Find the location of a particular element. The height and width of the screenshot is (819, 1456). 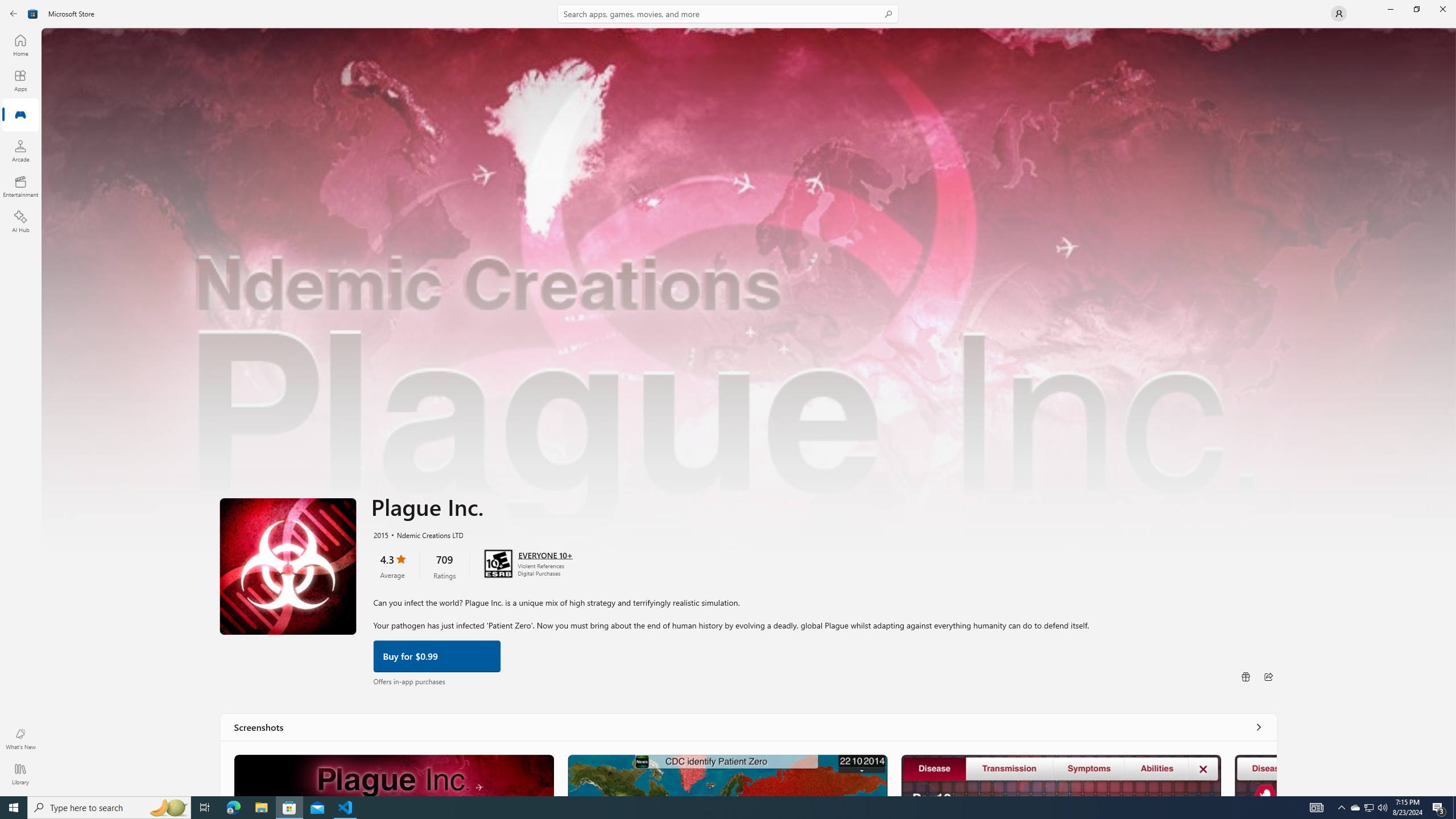

'Back' is located at coordinates (14, 13).